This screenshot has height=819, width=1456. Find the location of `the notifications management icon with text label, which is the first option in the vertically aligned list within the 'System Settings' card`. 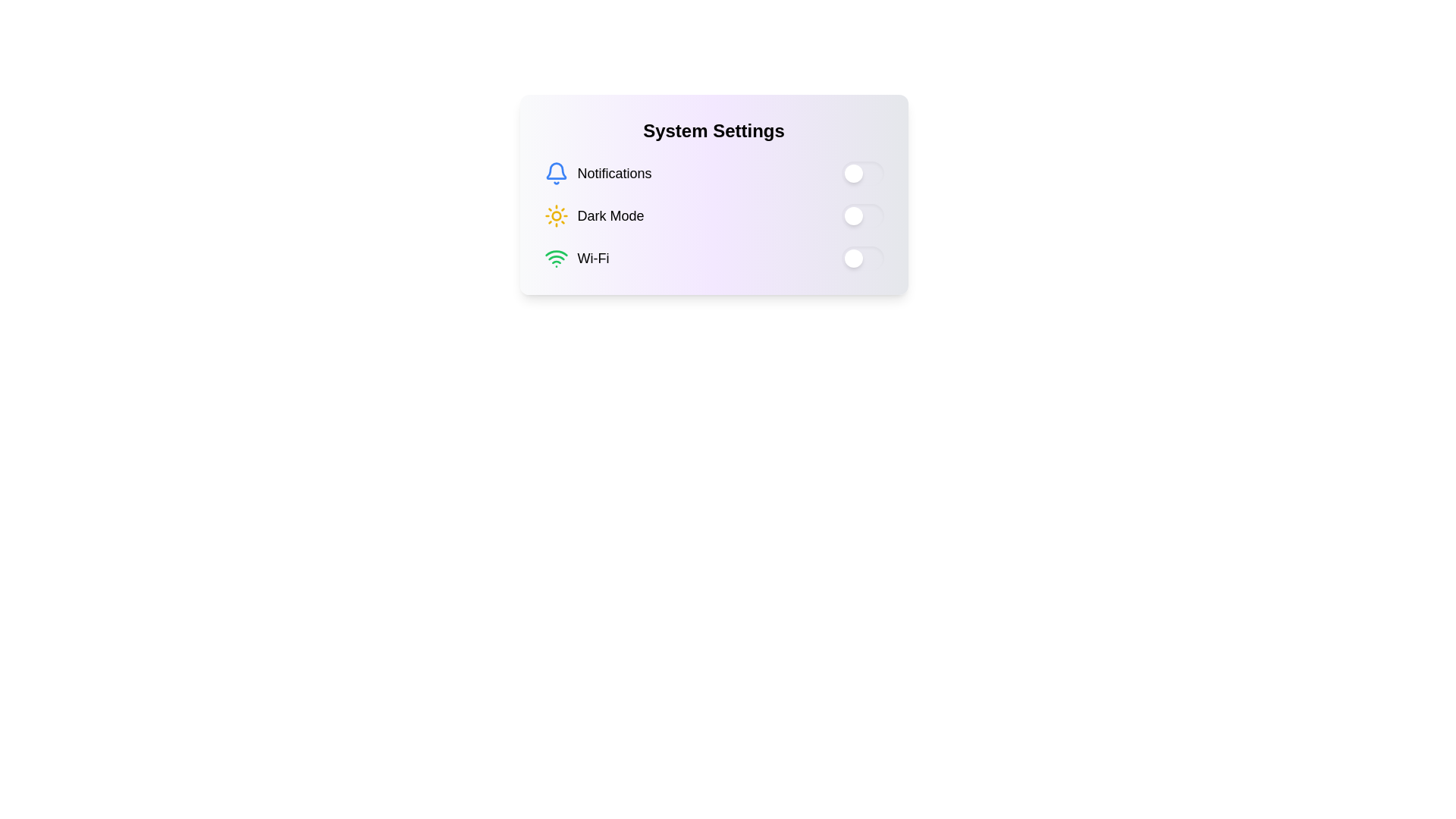

the notifications management icon with text label, which is the first option in the vertically aligned list within the 'System Settings' card is located at coordinates (597, 172).